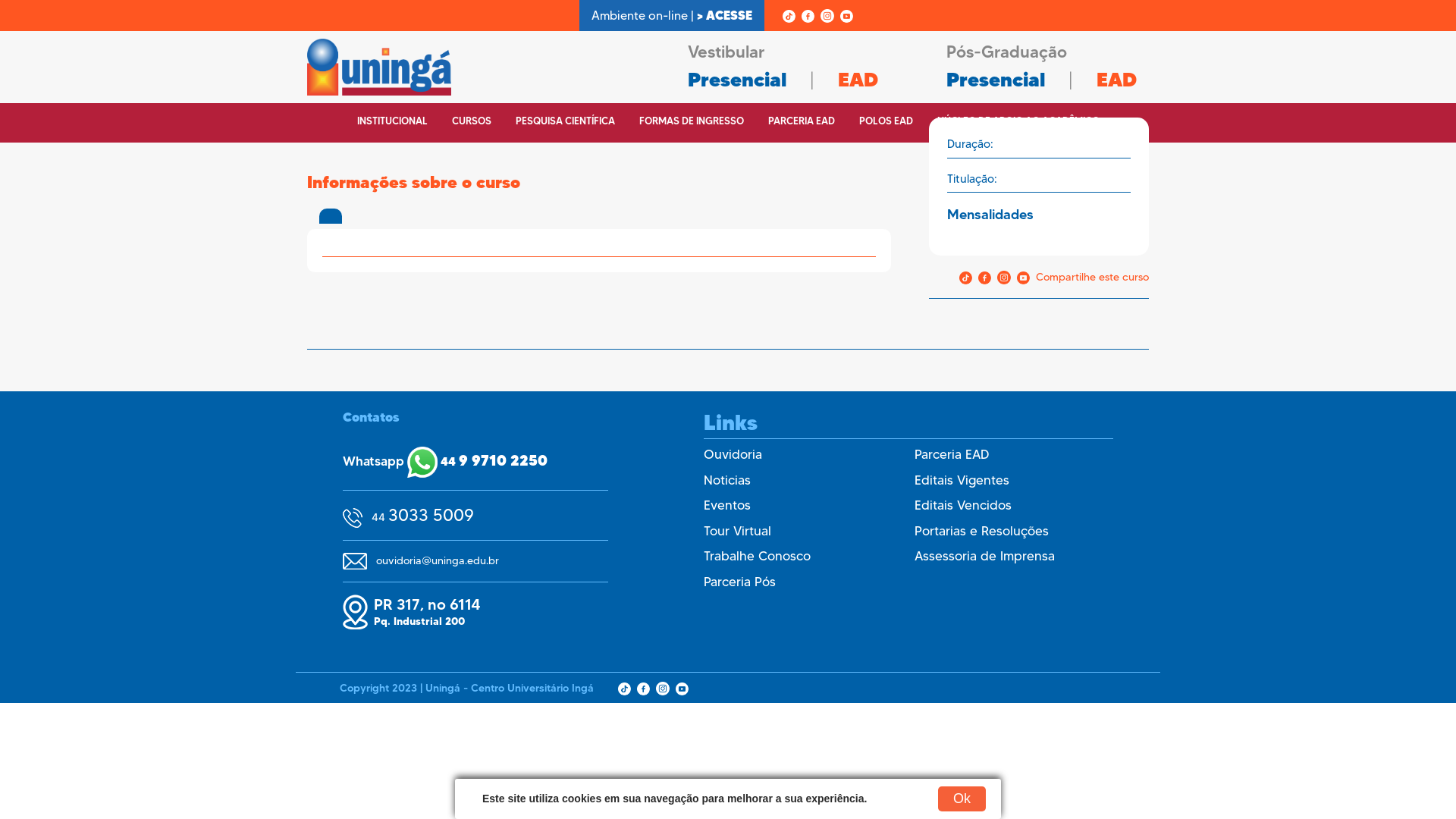 The width and height of the screenshot is (1456, 819). I want to click on 'Editais Vencidos', so click(1014, 506).